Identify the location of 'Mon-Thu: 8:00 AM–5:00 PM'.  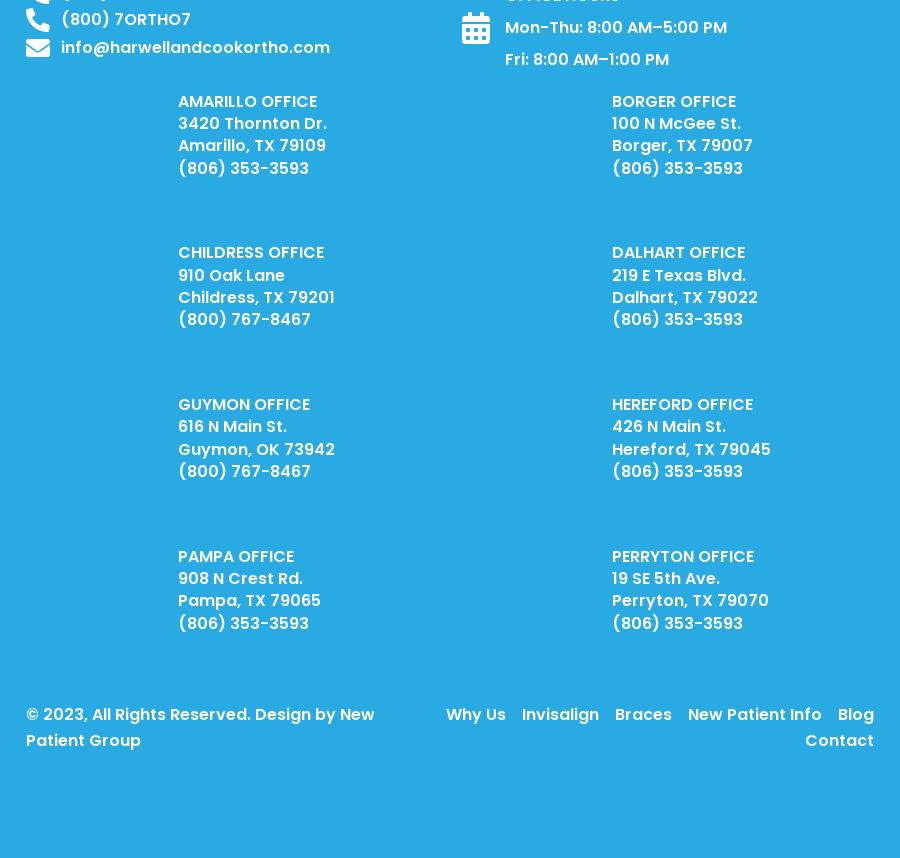
(614, 26).